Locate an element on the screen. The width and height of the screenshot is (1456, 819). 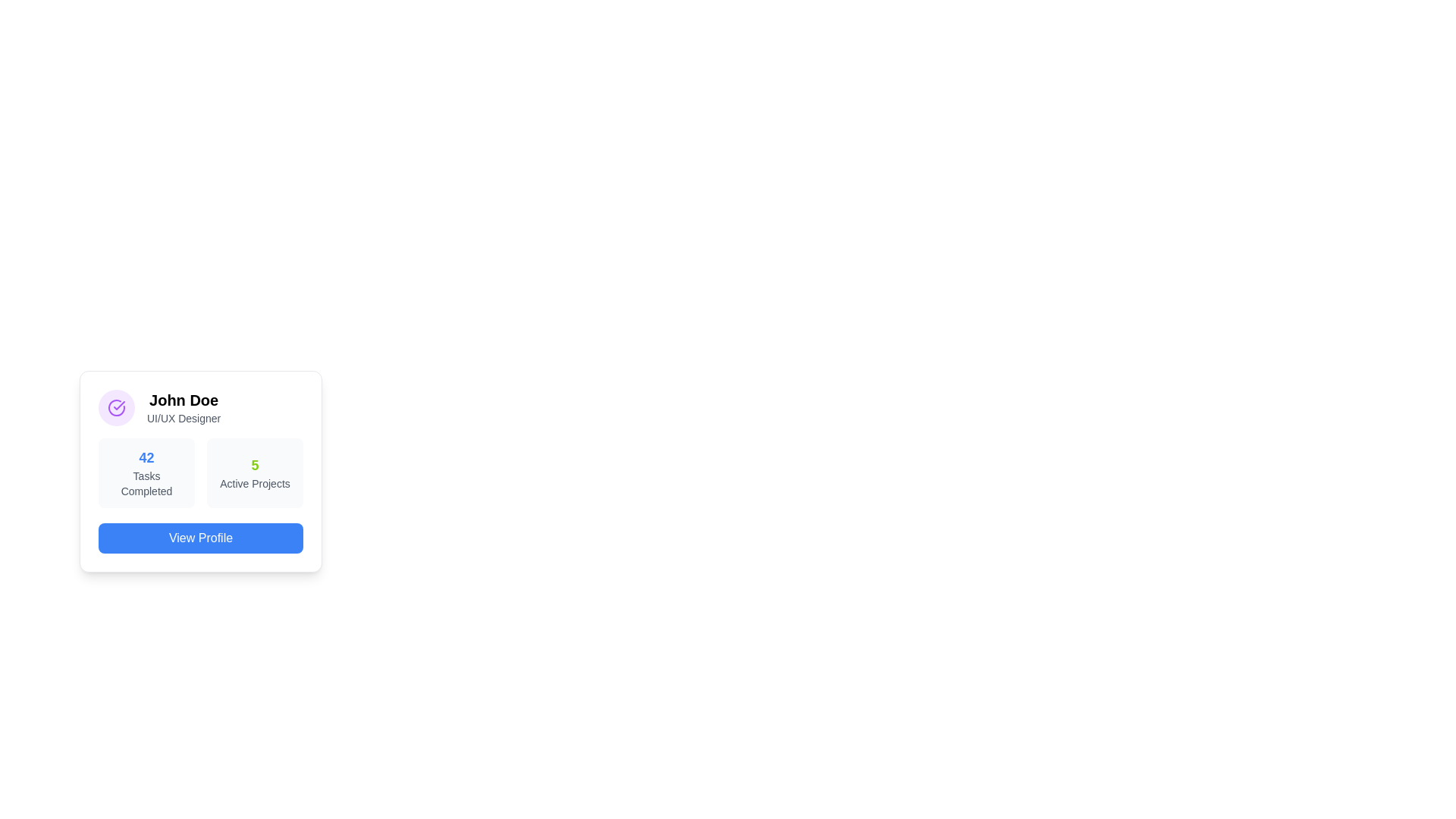
the status indicator icon located to the left of the 'John Doe' name and the 'UI/UX Designer' title, representing a status or verification is located at coordinates (115, 406).